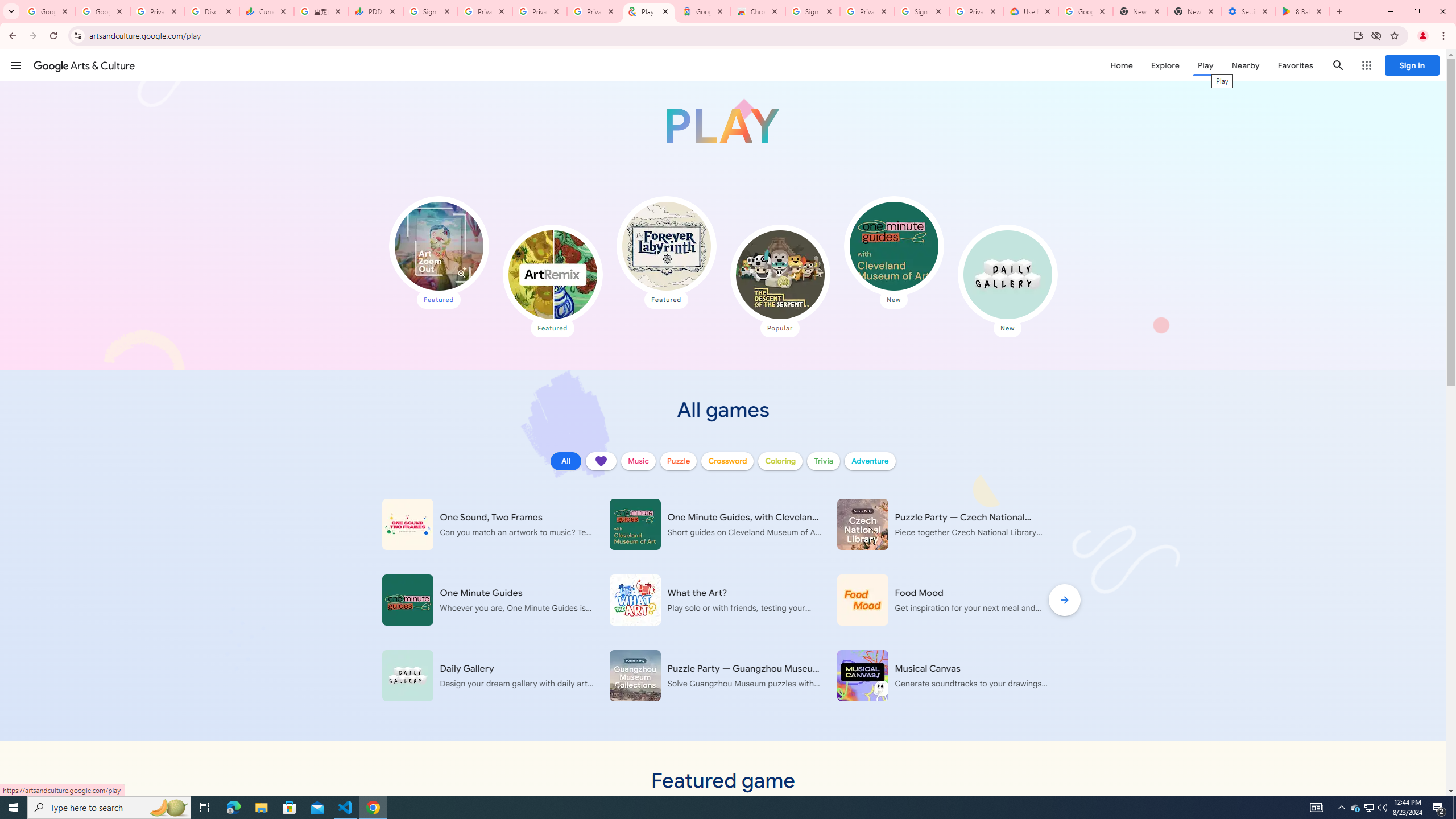 The width and height of the screenshot is (1456, 819). What do you see at coordinates (1194, 11) in the screenshot?
I see `'New Tab'` at bounding box center [1194, 11].